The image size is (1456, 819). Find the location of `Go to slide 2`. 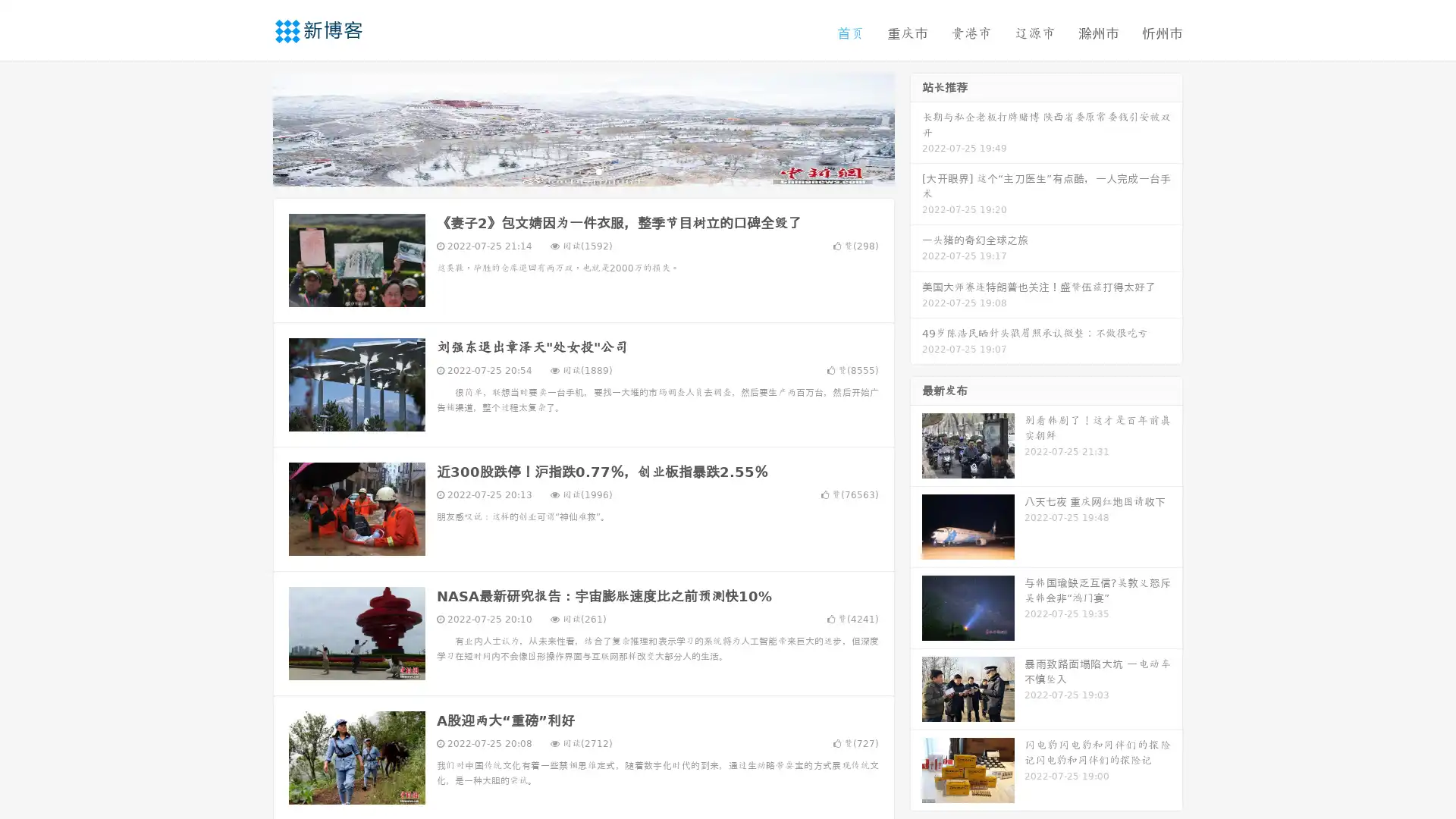

Go to slide 2 is located at coordinates (582, 171).